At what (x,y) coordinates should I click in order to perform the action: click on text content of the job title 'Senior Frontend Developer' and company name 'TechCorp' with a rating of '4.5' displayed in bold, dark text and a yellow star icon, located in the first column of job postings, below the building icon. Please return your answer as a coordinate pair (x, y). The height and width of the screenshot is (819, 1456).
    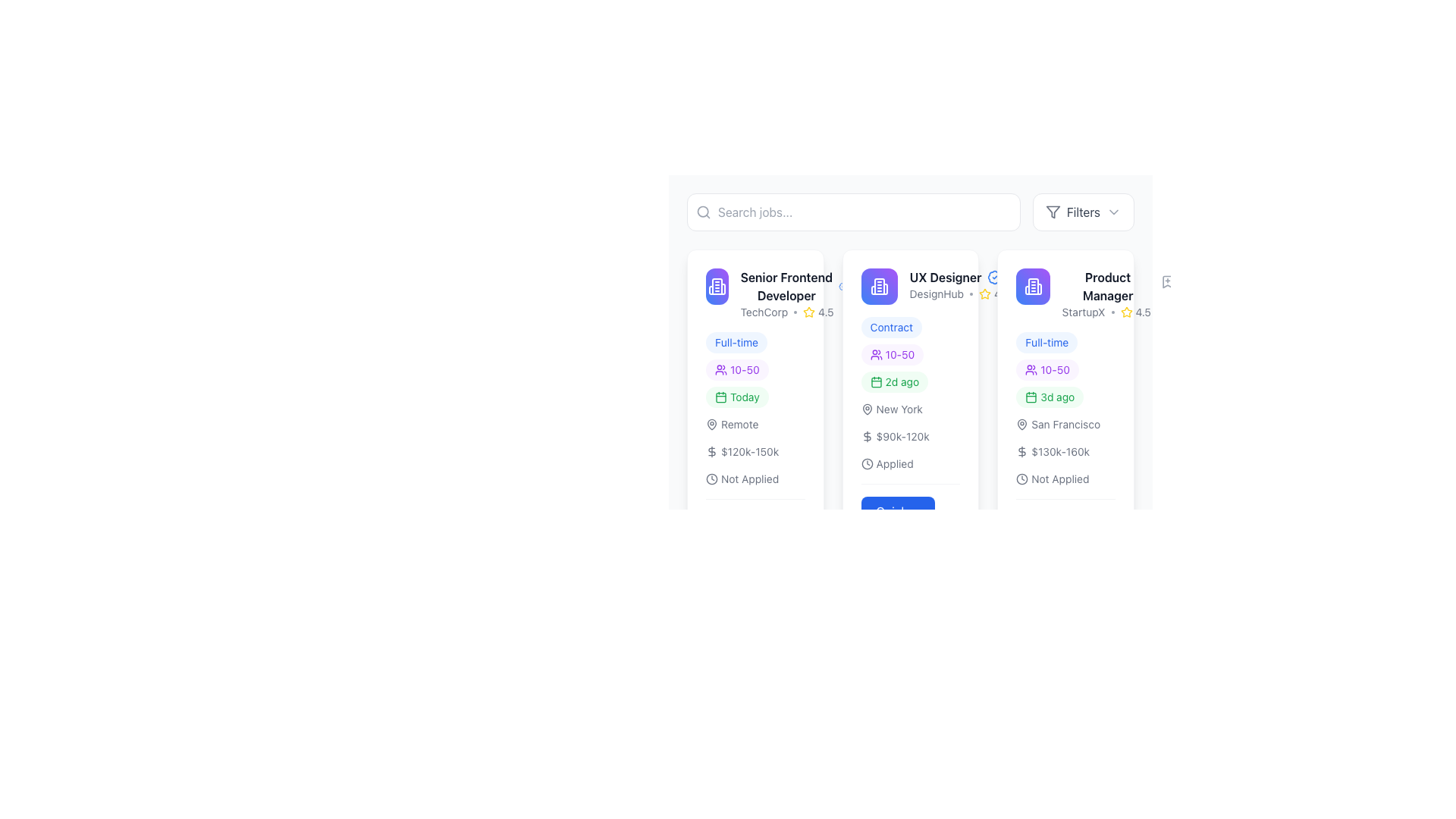
    Looking at the image, I should click on (793, 294).